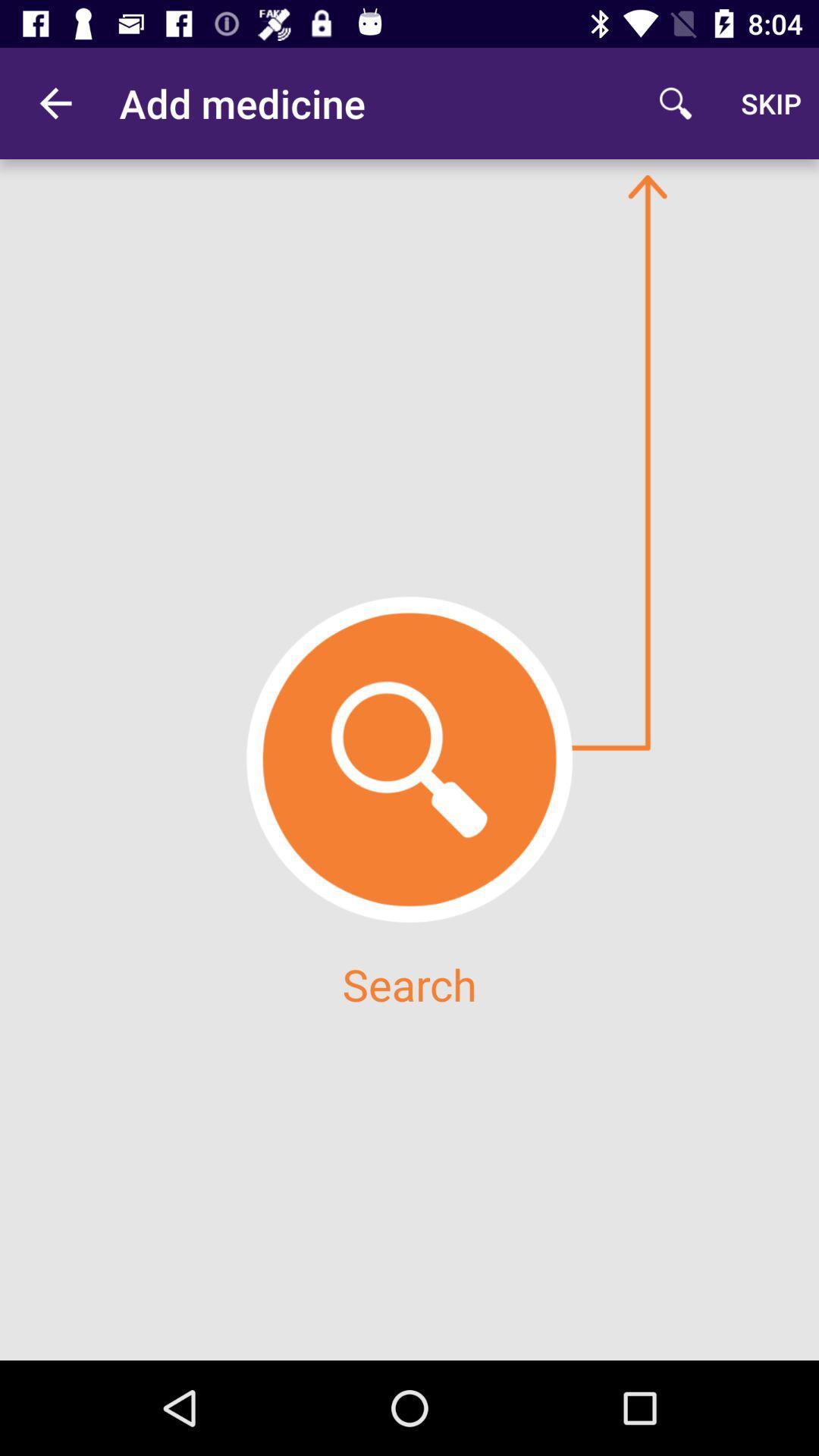  I want to click on skip item, so click(771, 102).